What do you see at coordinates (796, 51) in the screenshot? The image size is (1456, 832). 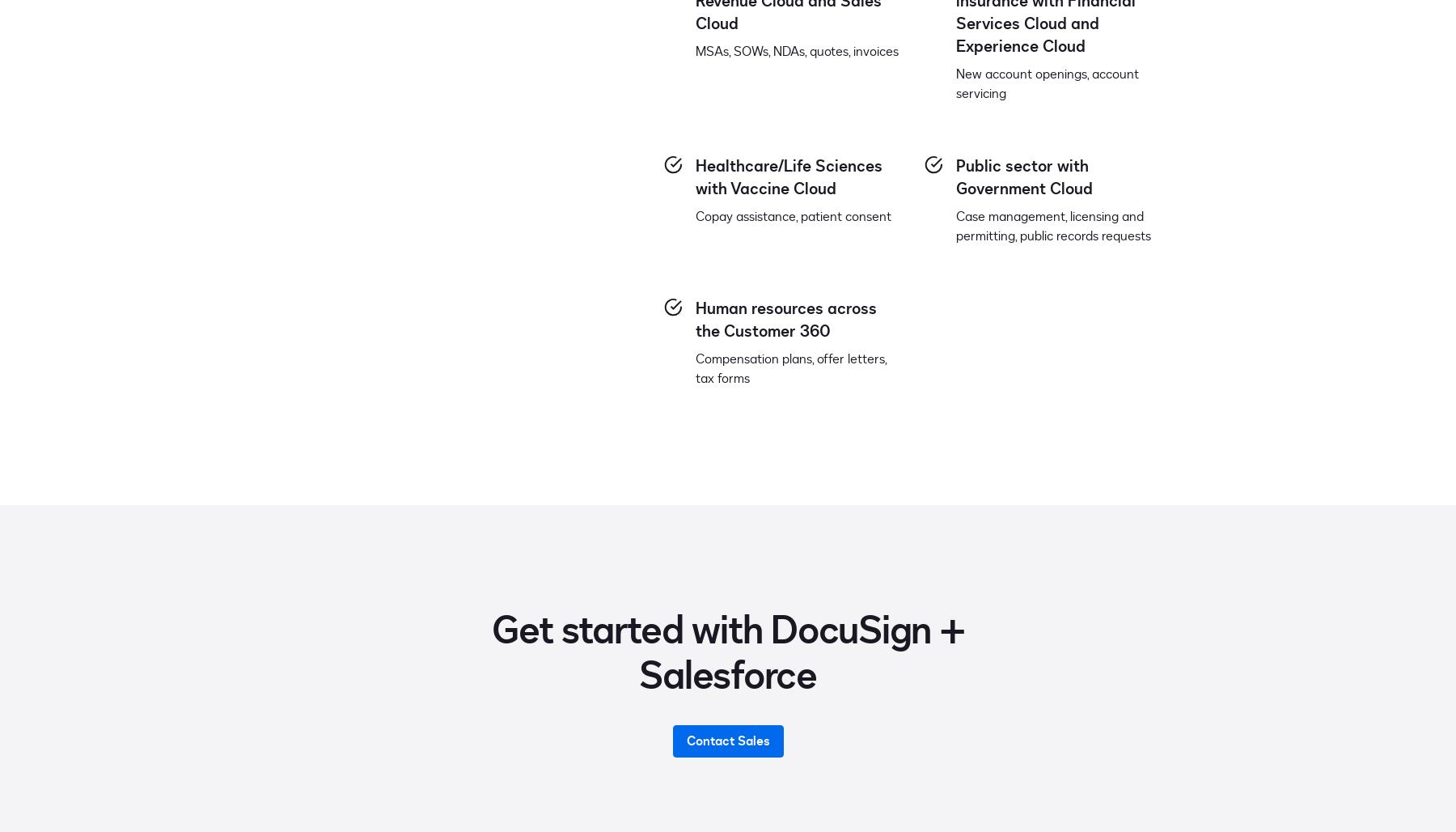 I see `'MSAs, SOWs, NDAs, quotes, invoices'` at bounding box center [796, 51].